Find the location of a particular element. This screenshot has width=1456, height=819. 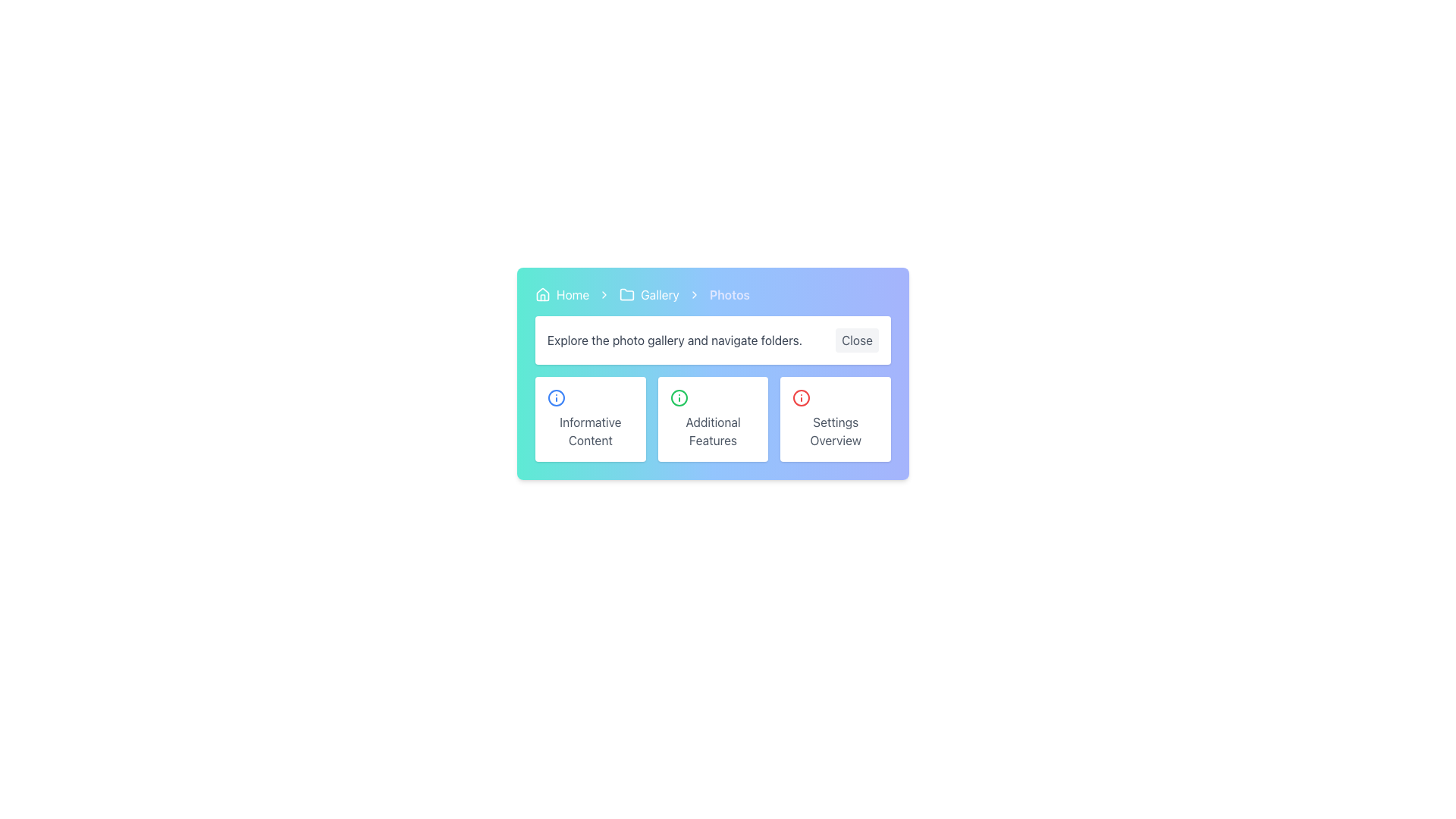

the circular icon with a green outline and an information symbol located in the center of the 'Additional Features' card to interact is located at coordinates (678, 397).